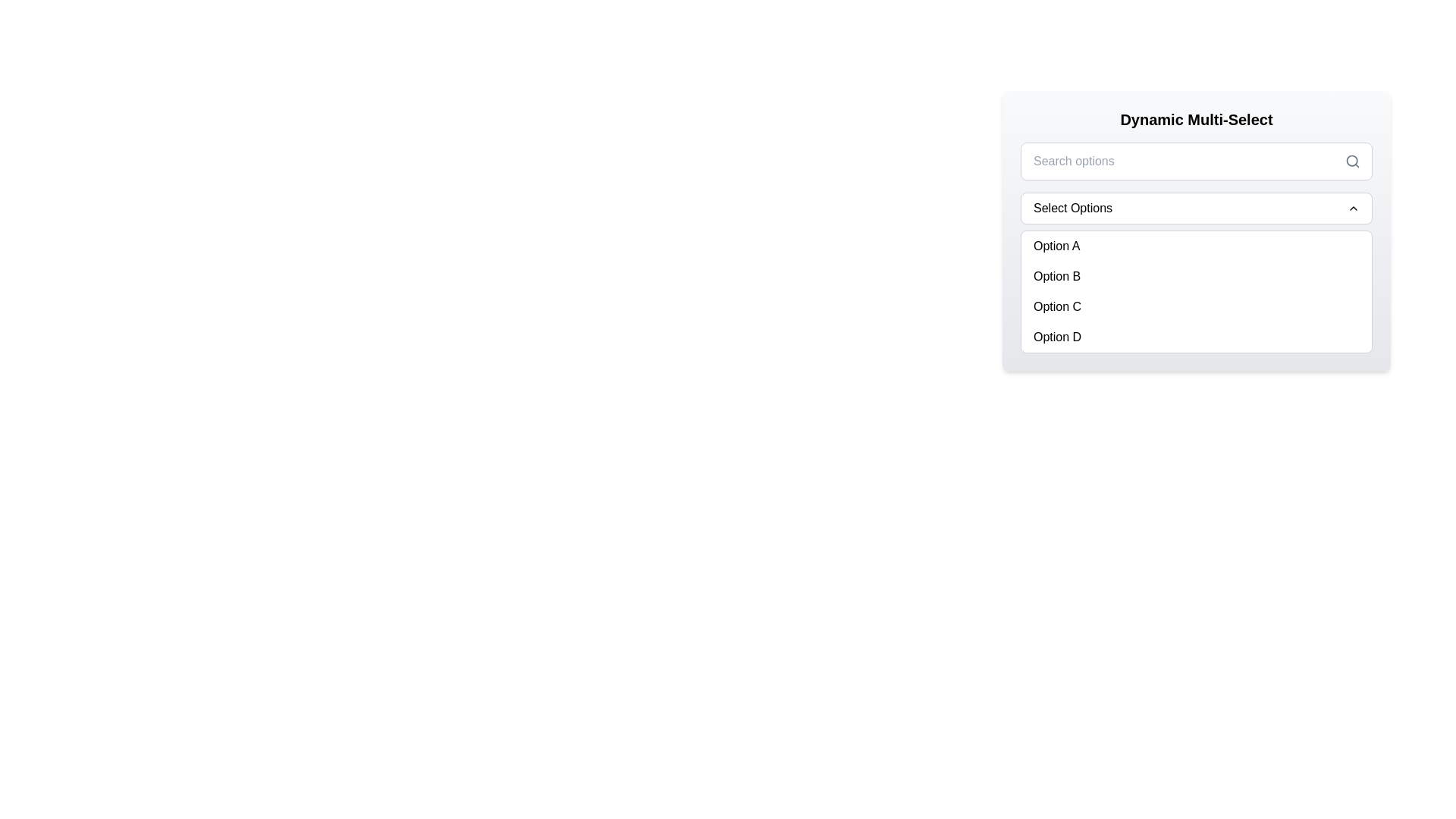 This screenshot has height=819, width=1456. What do you see at coordinates (1196, 208) in the screenshot?
I see `the Dropdown toggle button labeled 'Select Options'` at bounding box center [1196, 208].